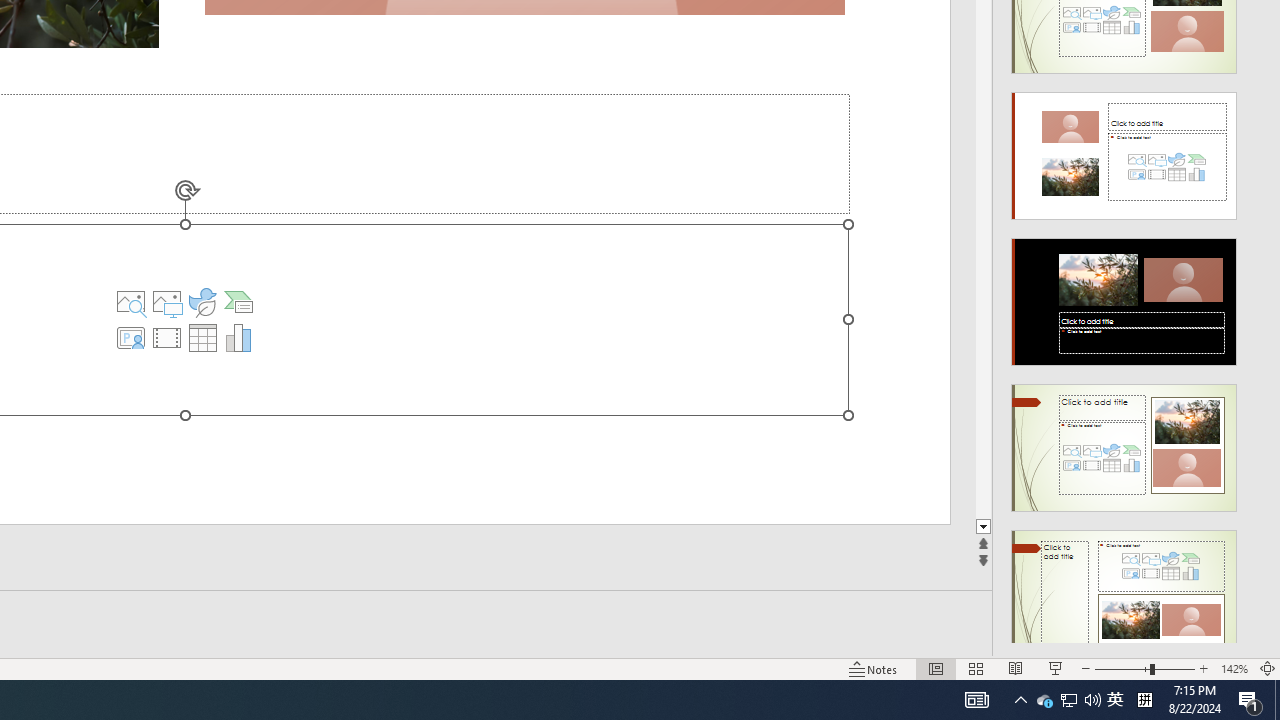 This screenshot has height=720, width=1280. What do you see at coordinates (874, 669) in the screenshot?
I see `'Notes '` at bounding box center [874, 669].